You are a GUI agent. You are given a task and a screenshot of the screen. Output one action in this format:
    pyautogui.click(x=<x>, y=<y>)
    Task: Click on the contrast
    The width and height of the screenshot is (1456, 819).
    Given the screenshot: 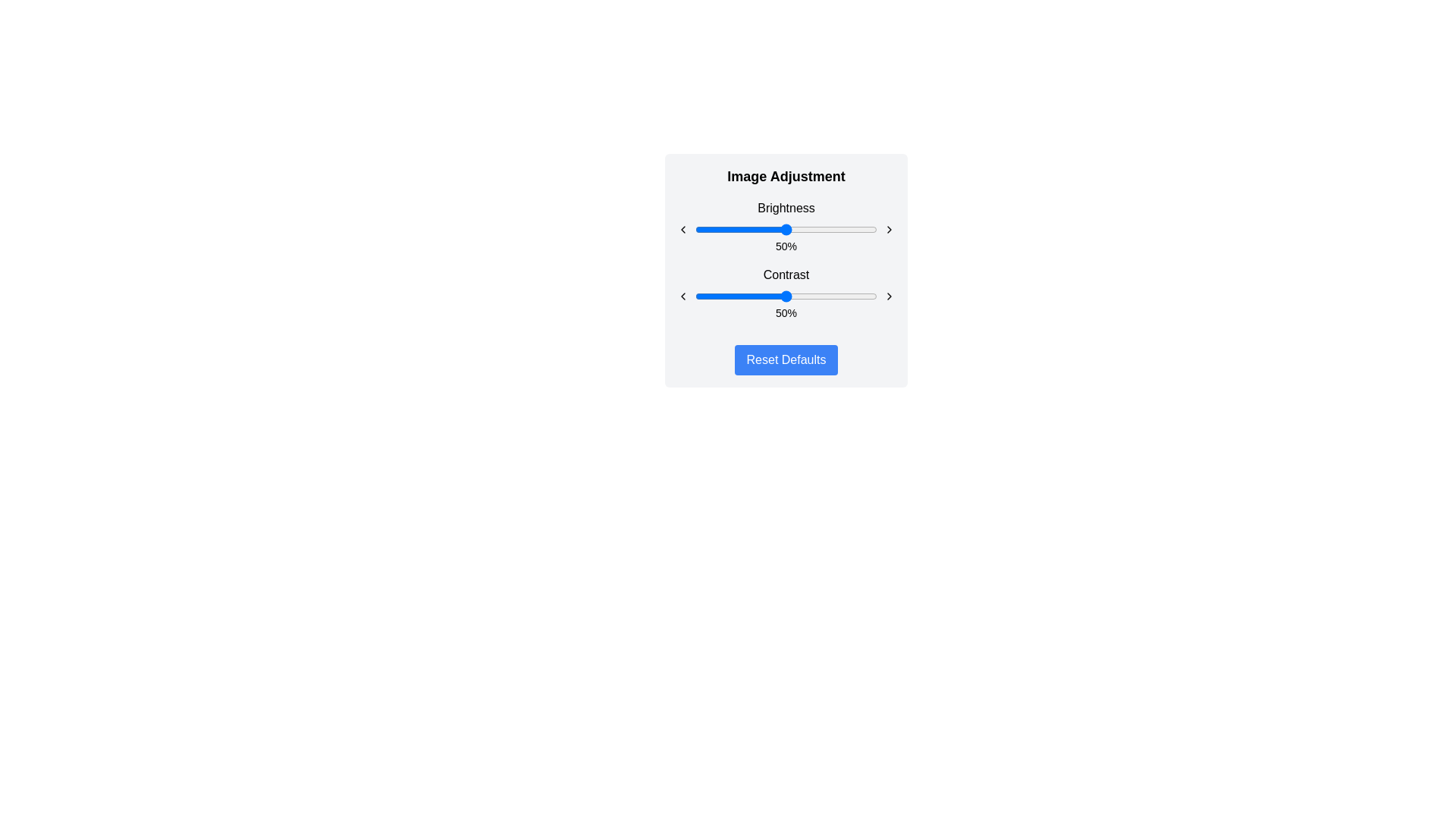 What is the action you would take?
    pyautogui.click(x=861, y=296)
    